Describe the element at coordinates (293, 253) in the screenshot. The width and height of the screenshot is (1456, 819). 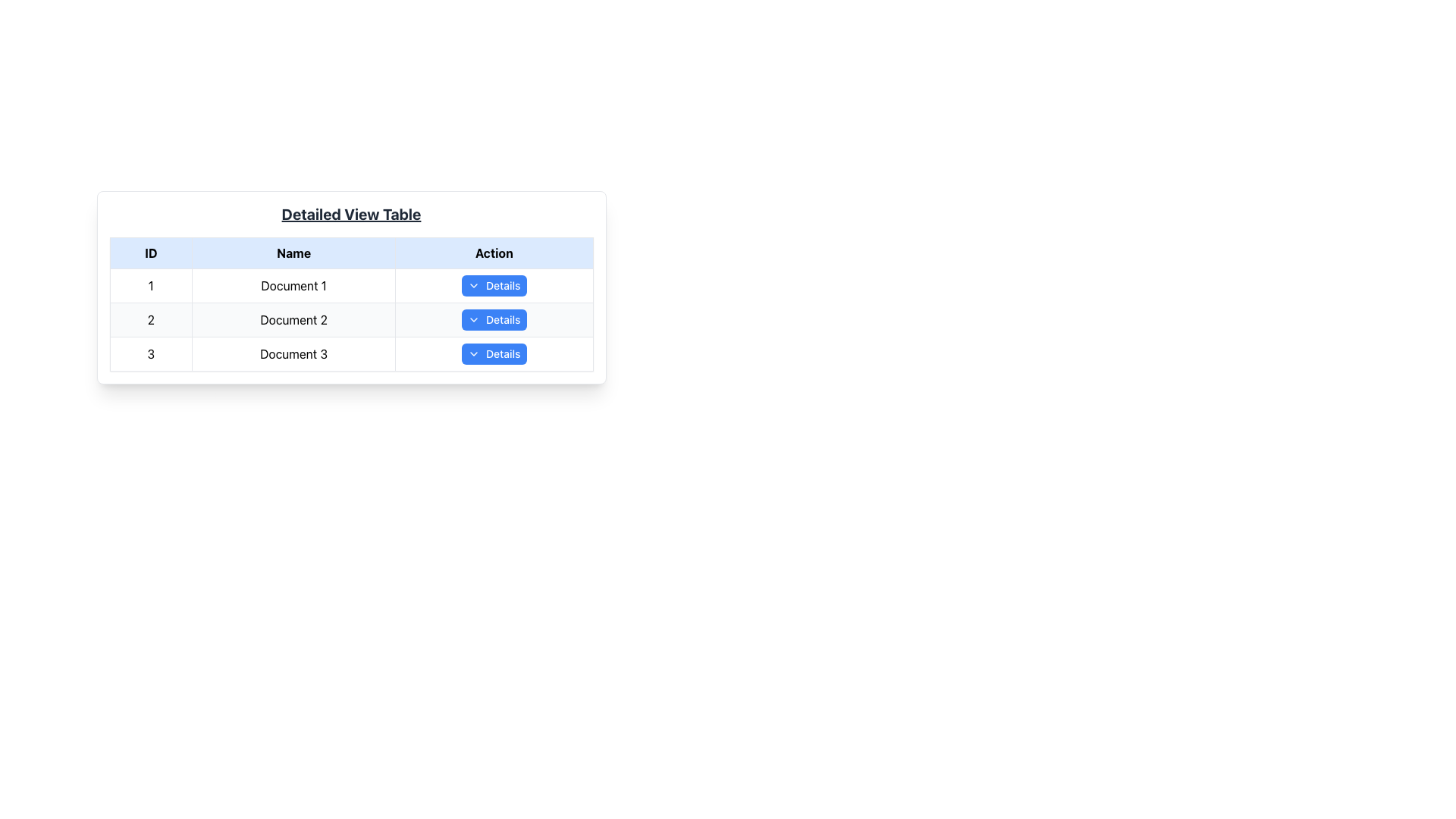
I see `the 'Name' column header cell in the table, which is the second column header located between the 'ID' and 'Action' columns` at that location.